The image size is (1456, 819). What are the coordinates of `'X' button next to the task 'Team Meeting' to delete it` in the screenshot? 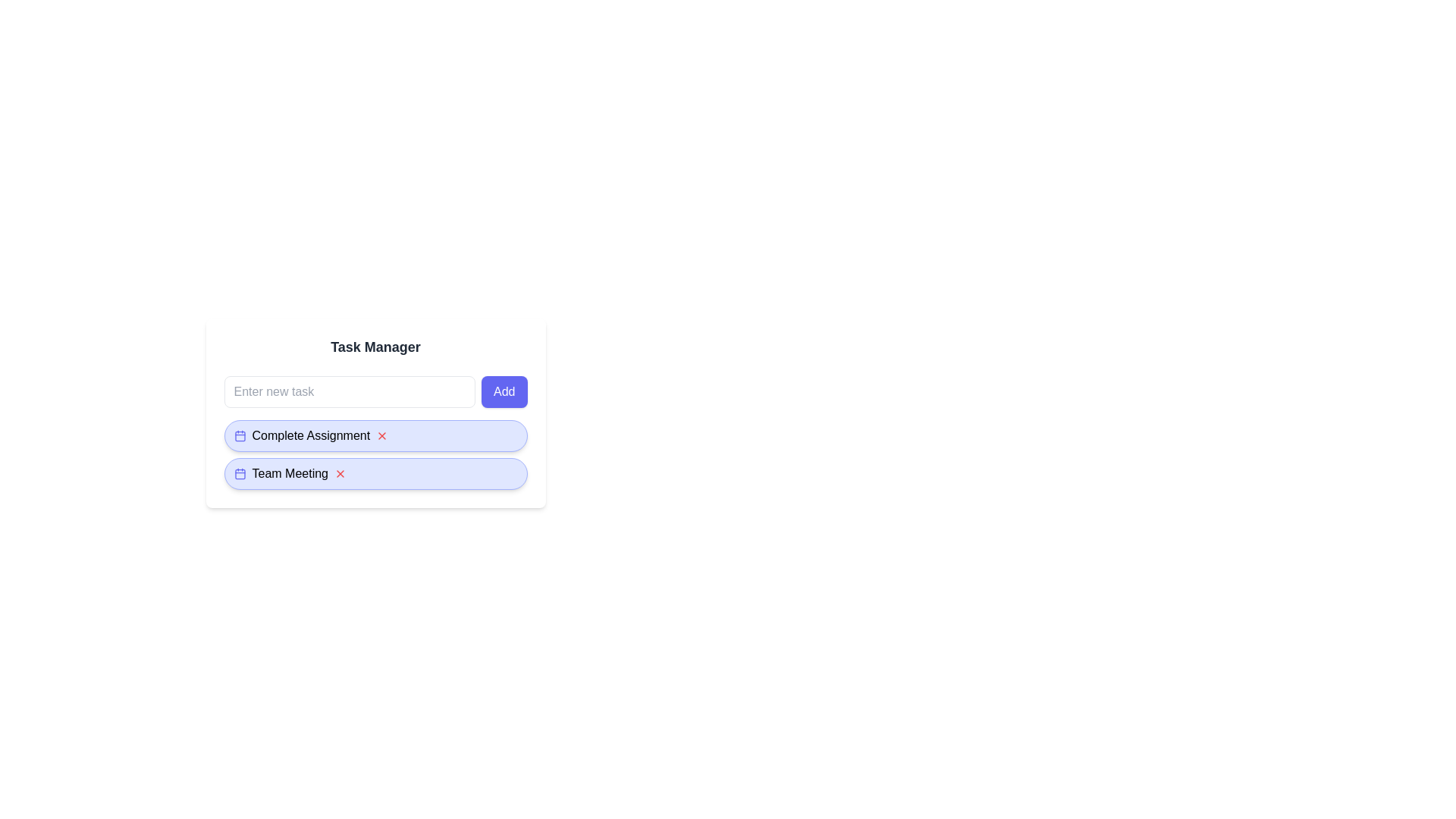 It's located at (340, 472).